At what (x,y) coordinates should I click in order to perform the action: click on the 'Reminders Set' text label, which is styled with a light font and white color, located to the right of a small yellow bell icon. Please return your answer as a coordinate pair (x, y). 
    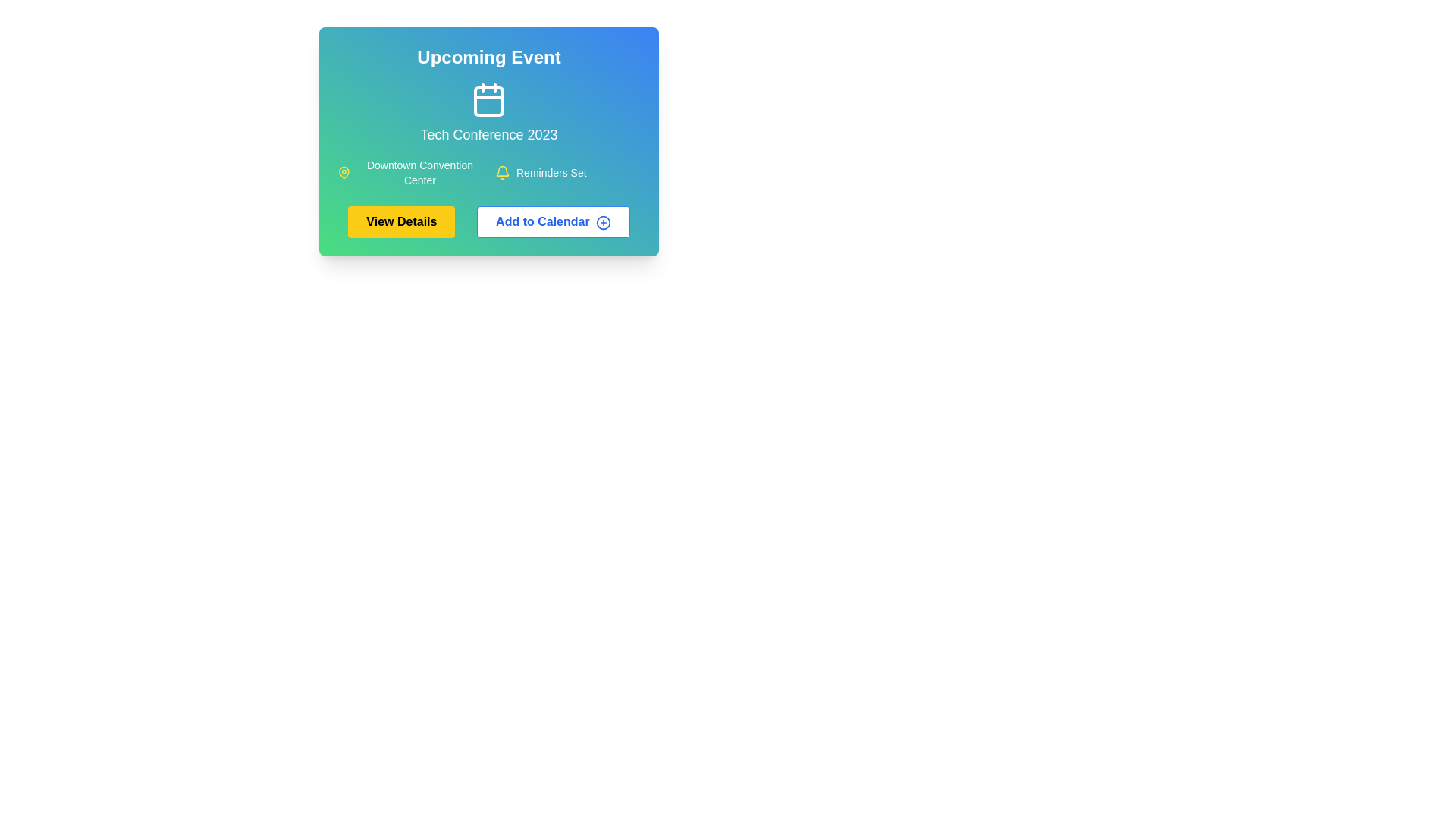
    Looking at the image, I should click on (551, 171).